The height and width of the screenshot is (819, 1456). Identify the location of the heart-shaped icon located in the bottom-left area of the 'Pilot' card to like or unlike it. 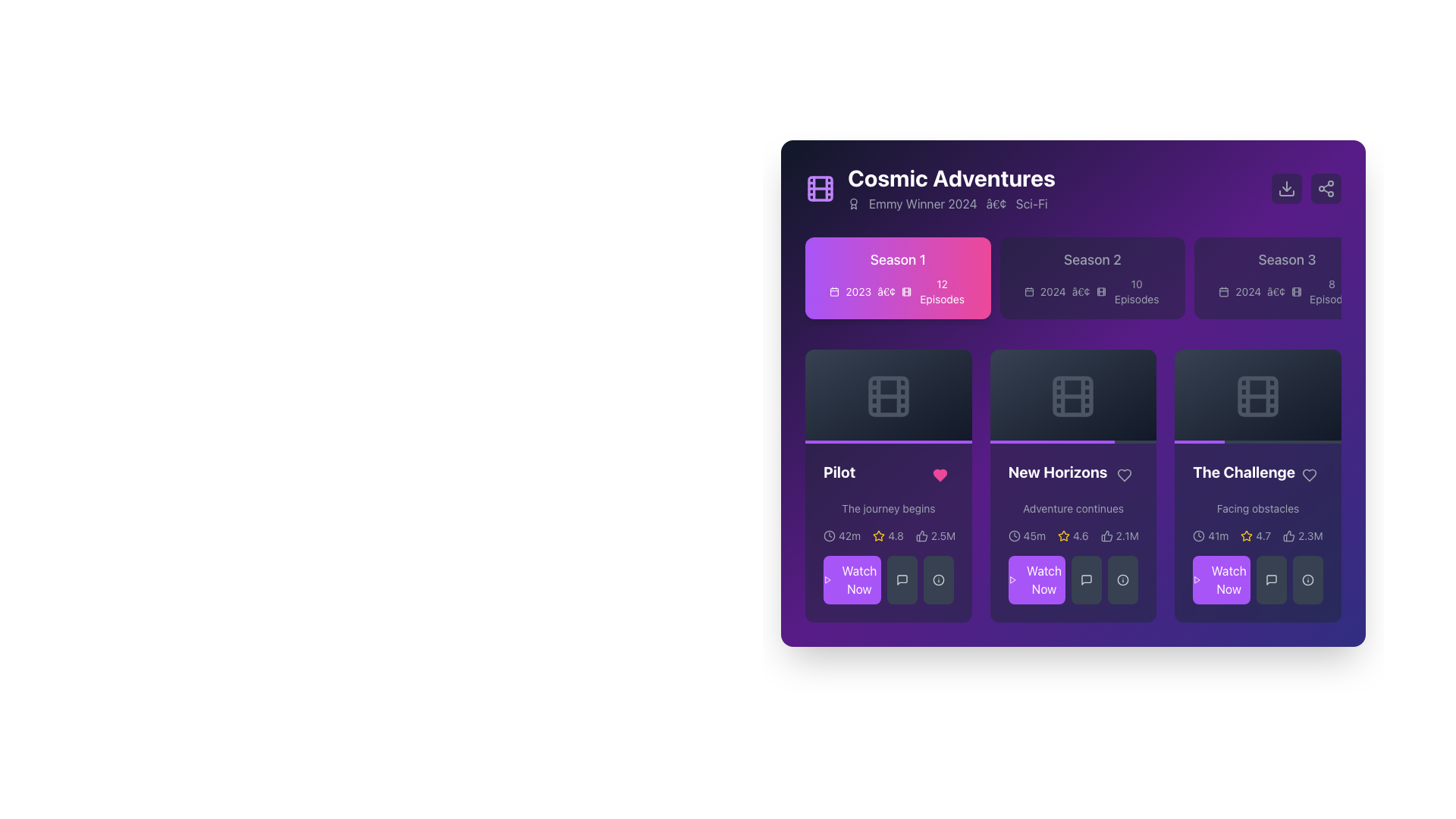
(939, 474).